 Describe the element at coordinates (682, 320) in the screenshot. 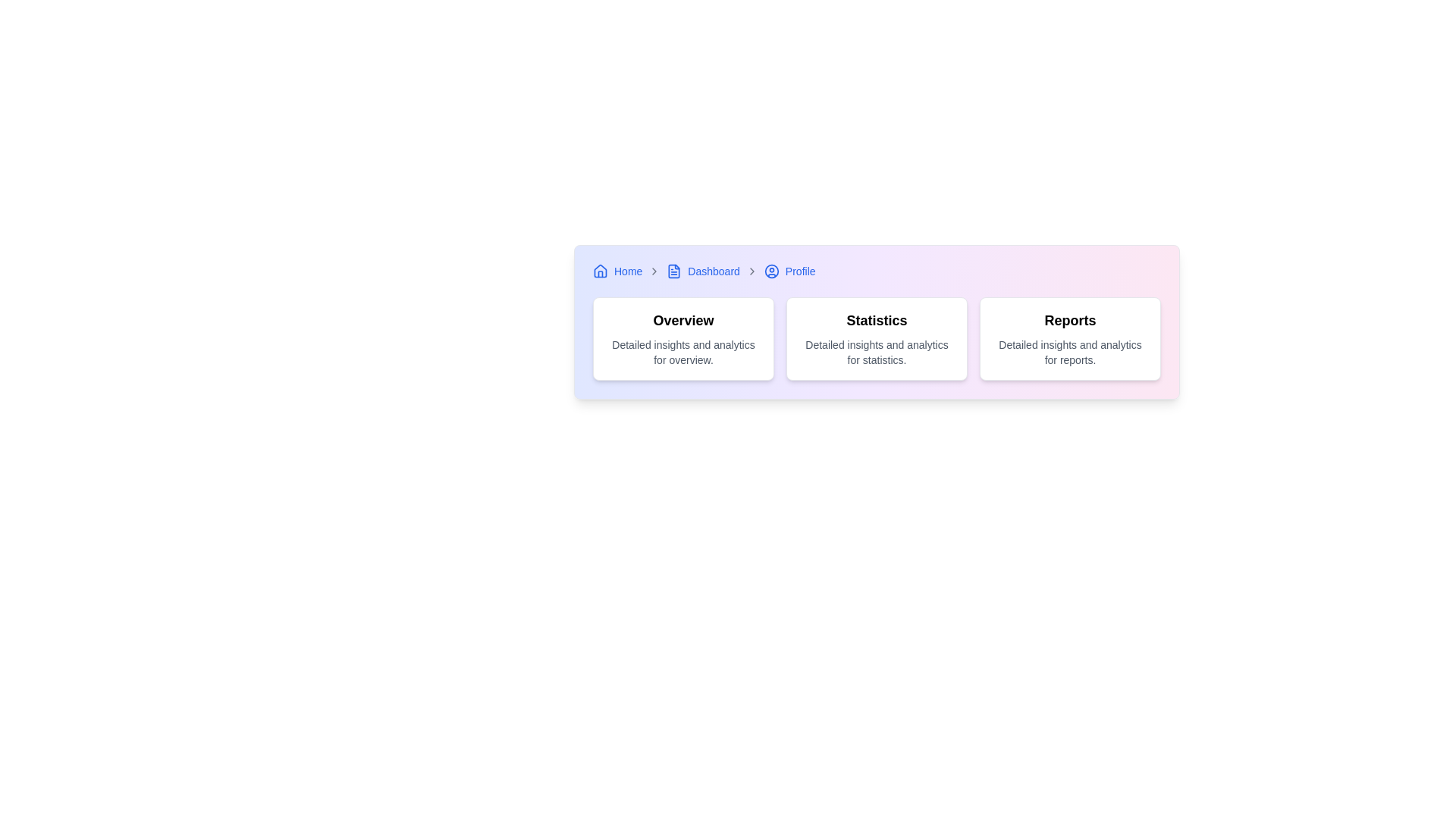

I see `the text label that serves as the title for the card indicating an overview, which is the first card element in a row of three horizontally displayed cards` at that location.